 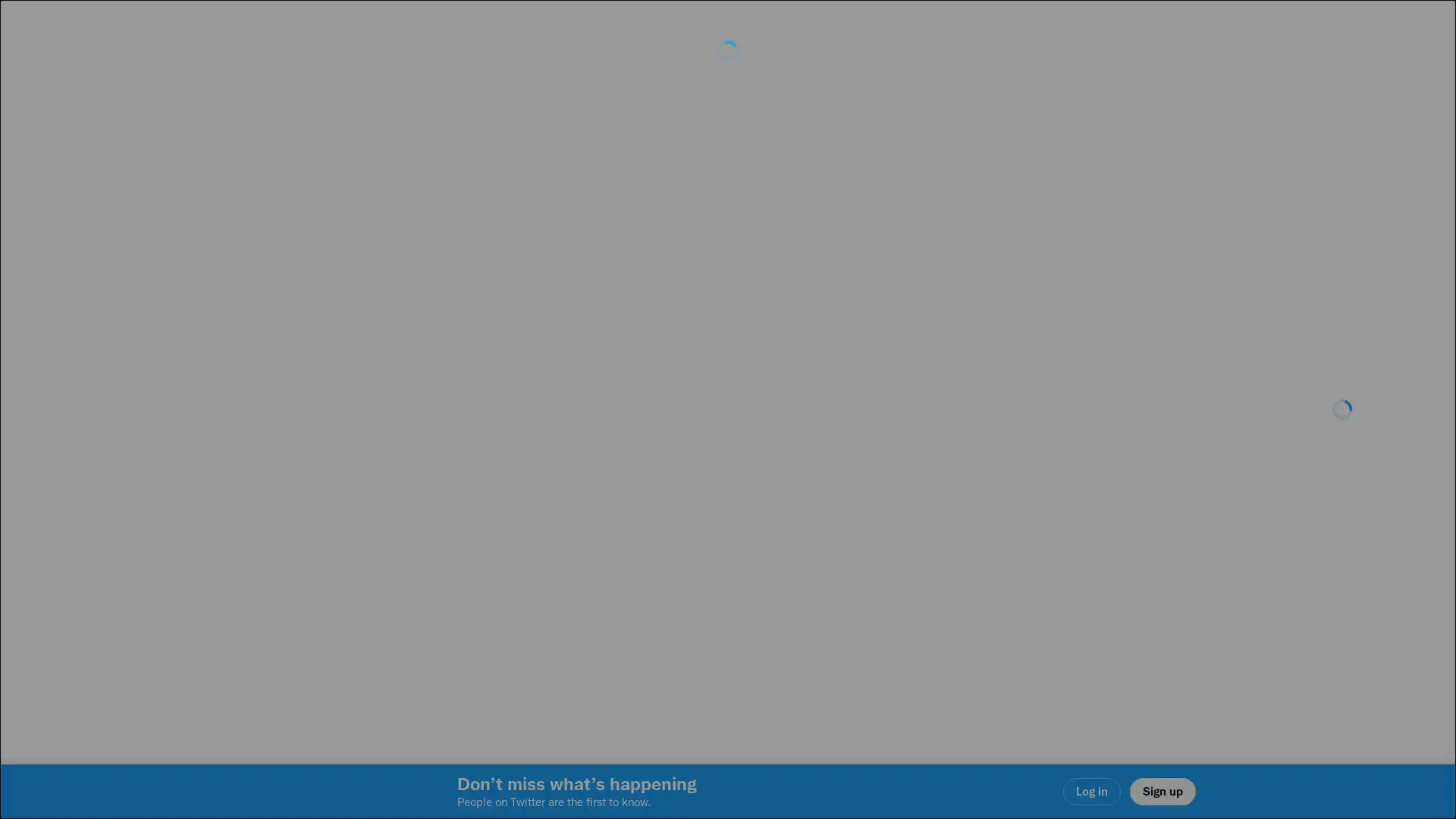 What do you see at coordinates (548, 516) in the screenshot?
I see `Sign up` at bounding box center [548, 516].